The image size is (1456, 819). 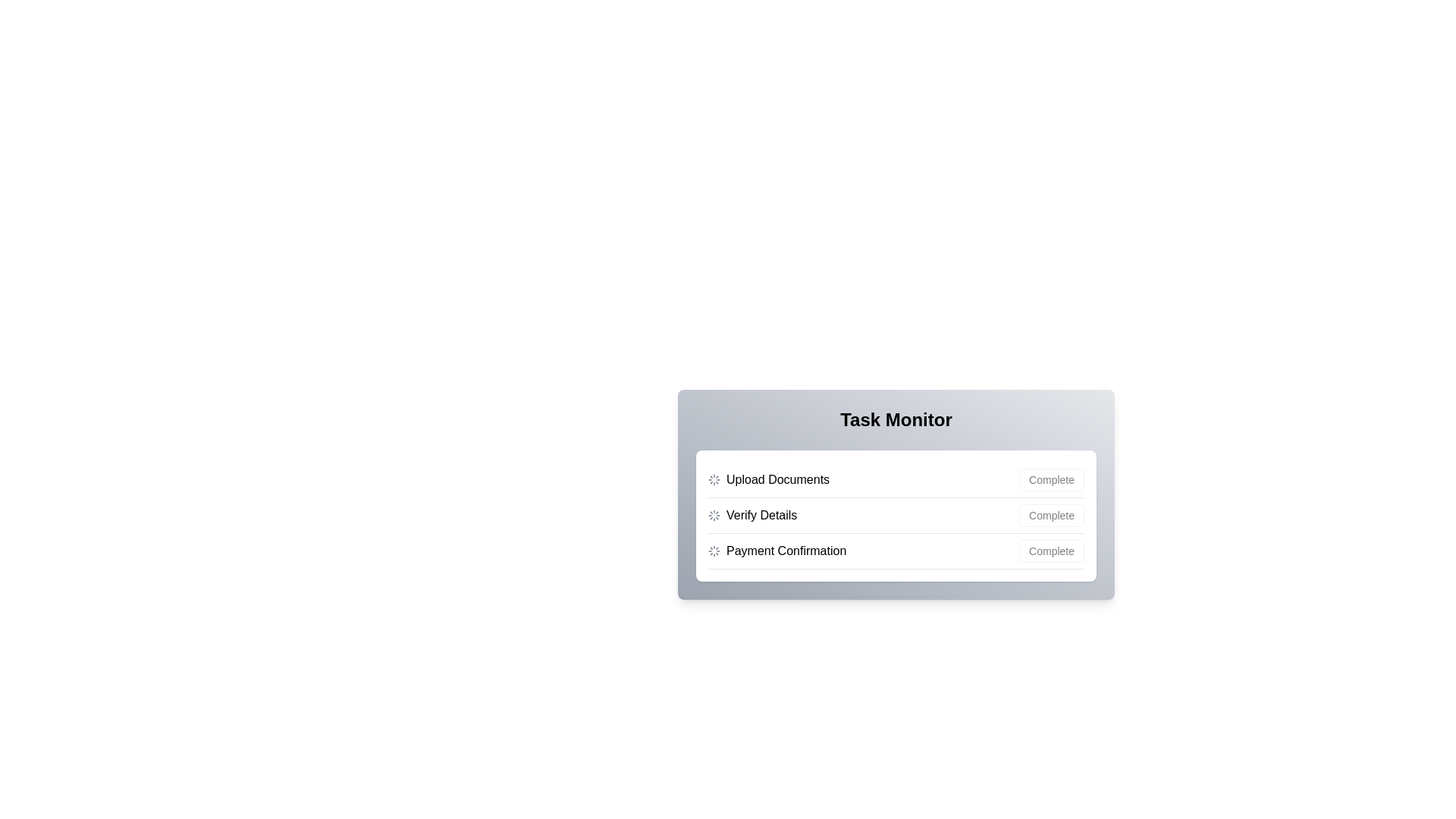 I want to click on the 'Payment Confirmation' text label, which is the third item in the vertical list under the 'Task Monitor' heading, so click(x=786, y=551).